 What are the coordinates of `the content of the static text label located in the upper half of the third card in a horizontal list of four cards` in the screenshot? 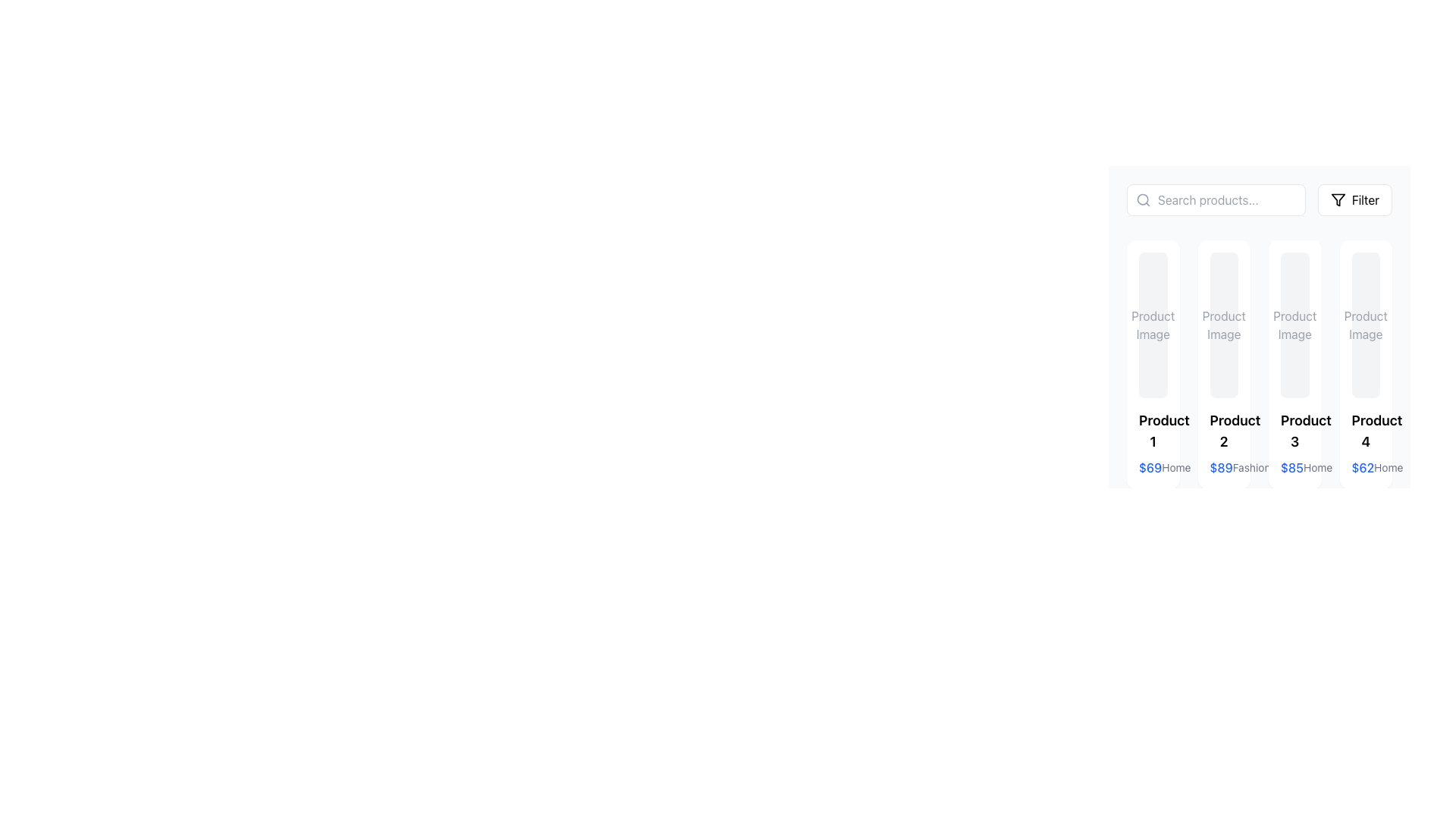 It's located at (1294, 324).